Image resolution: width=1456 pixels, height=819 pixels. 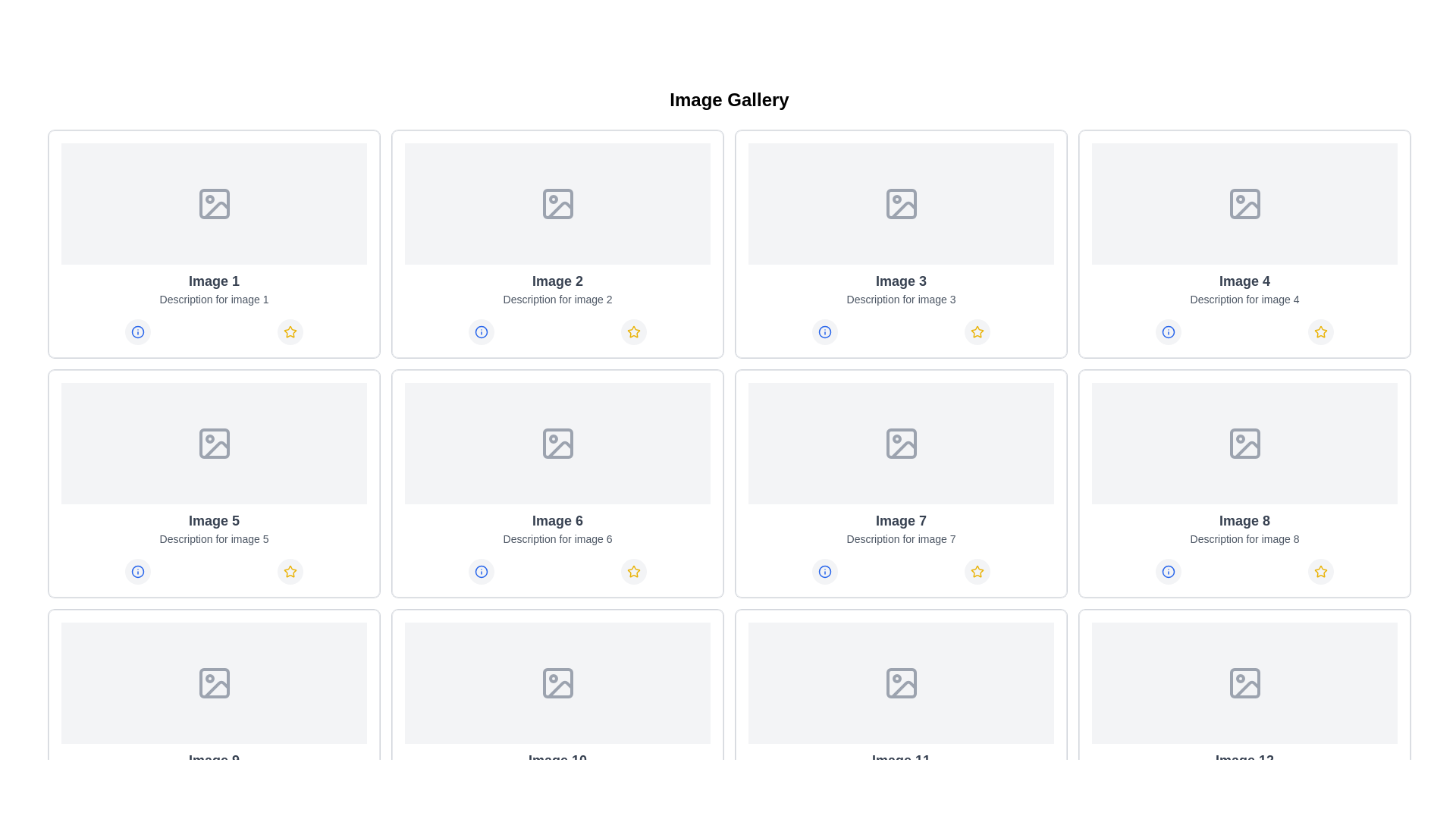 What do you see at coordinates (901, 683) in the screenshot?
I see `the SVG rectangle that serves as part of the background of the eleventh image block in the gallery` at bounding box center [901, 683].